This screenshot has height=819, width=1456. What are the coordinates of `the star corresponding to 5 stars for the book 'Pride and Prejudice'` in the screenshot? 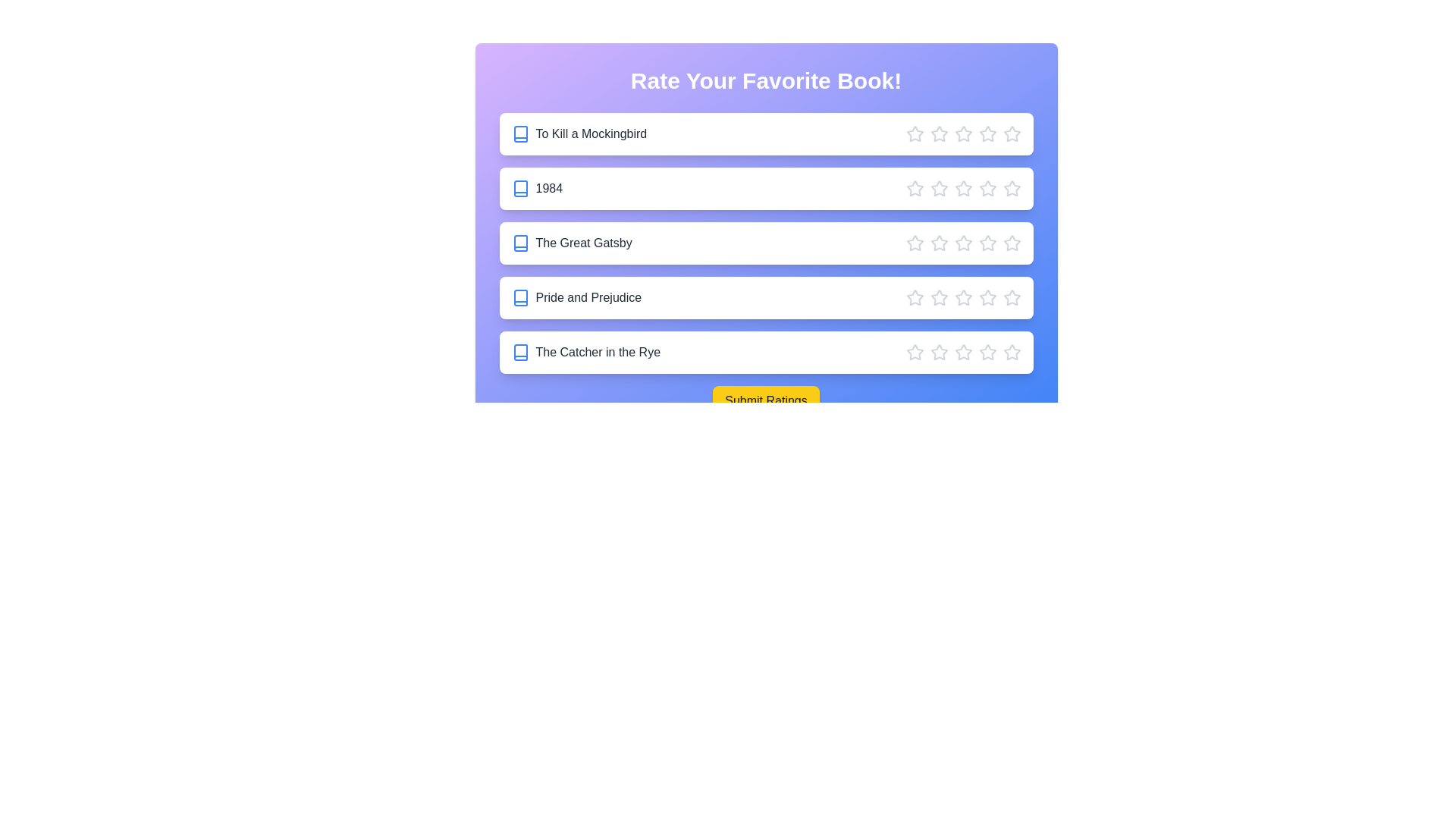 It's located at (1012, 298).